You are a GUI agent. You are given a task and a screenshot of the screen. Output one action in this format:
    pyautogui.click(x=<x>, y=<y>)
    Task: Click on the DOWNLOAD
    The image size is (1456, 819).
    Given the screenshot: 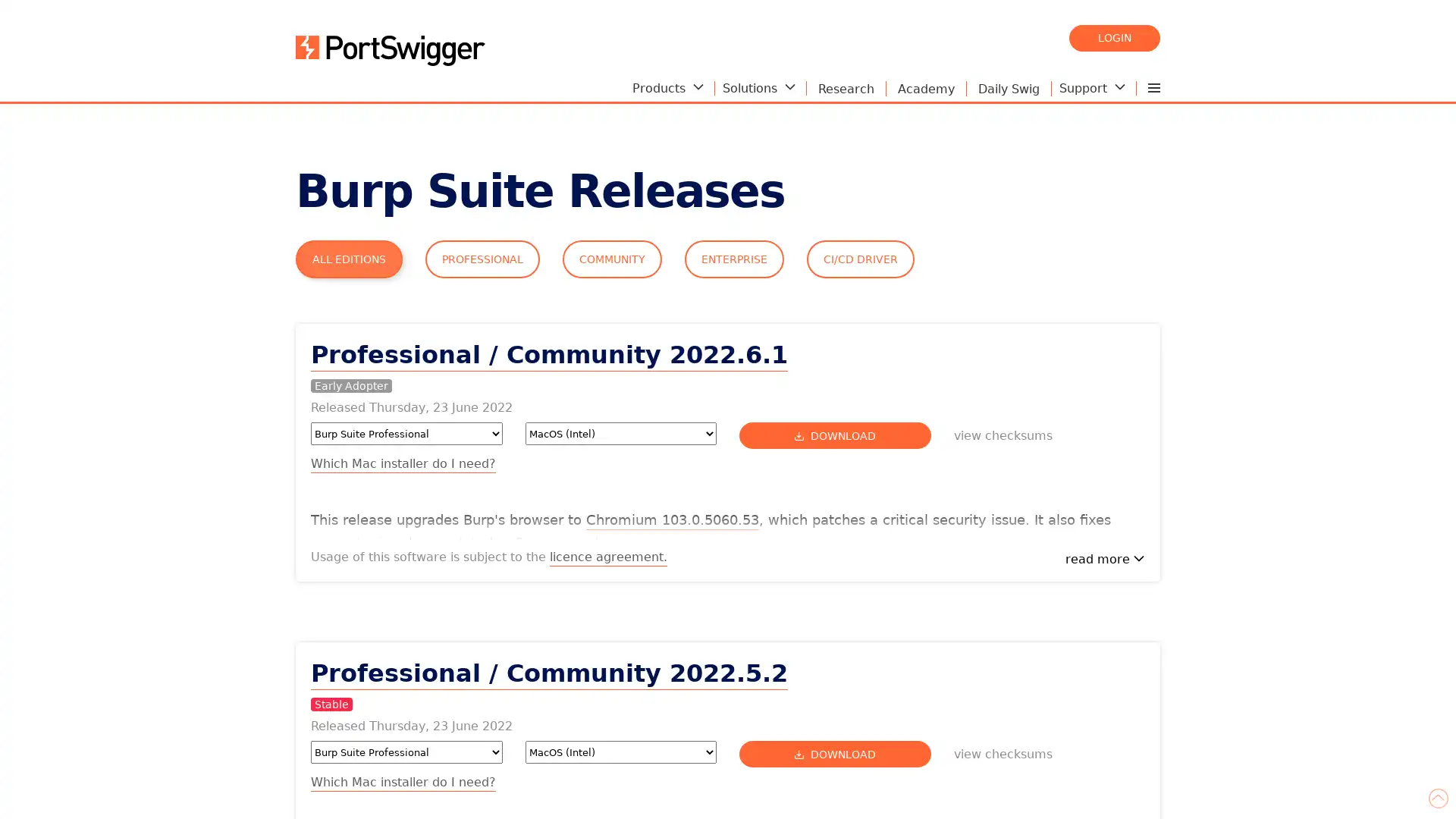 What is the action you would take?
    pyautogui.click(x=833, y=435)
    